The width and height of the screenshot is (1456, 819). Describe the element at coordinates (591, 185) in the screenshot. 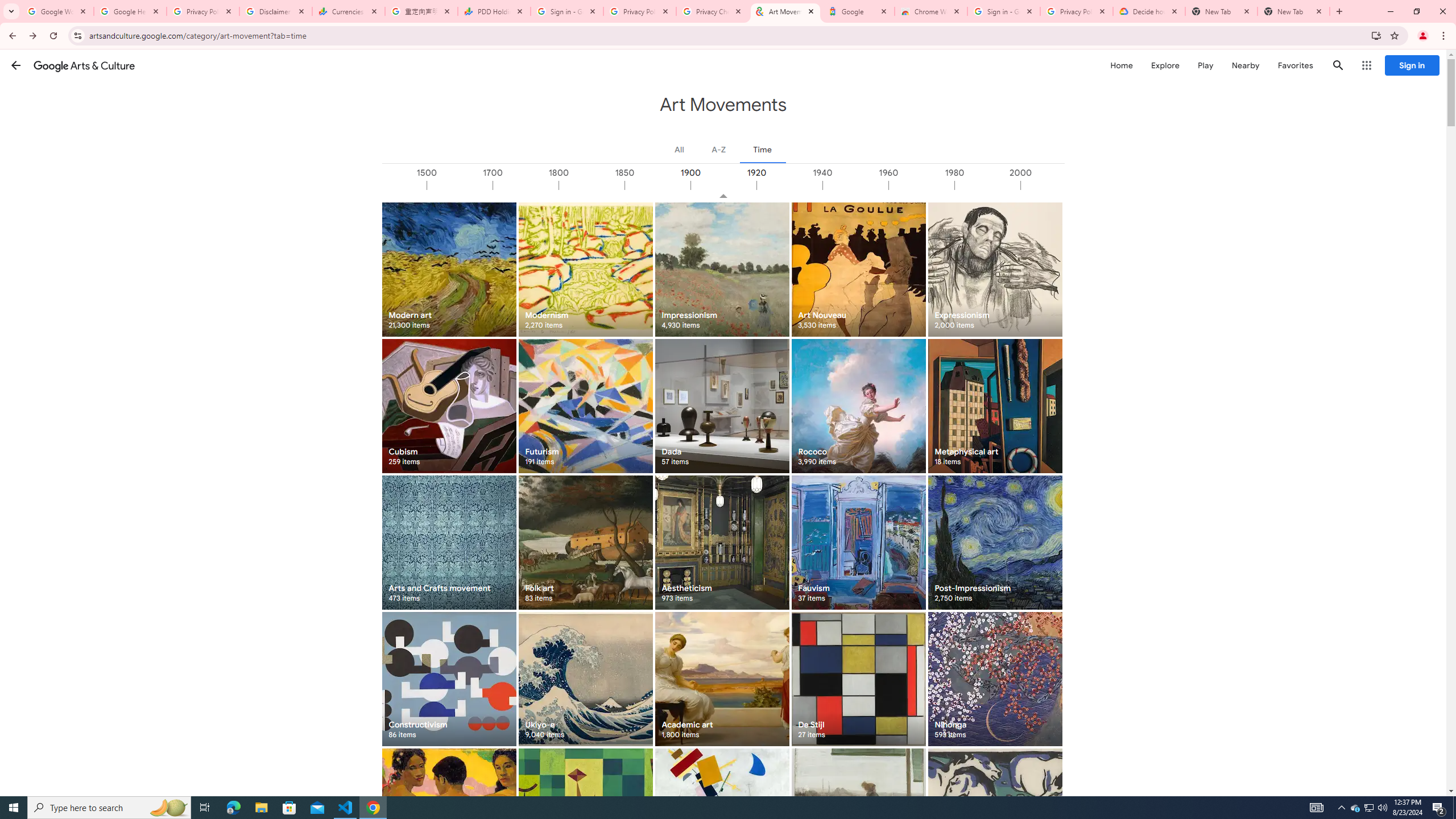

I see `'1800'` at that location.